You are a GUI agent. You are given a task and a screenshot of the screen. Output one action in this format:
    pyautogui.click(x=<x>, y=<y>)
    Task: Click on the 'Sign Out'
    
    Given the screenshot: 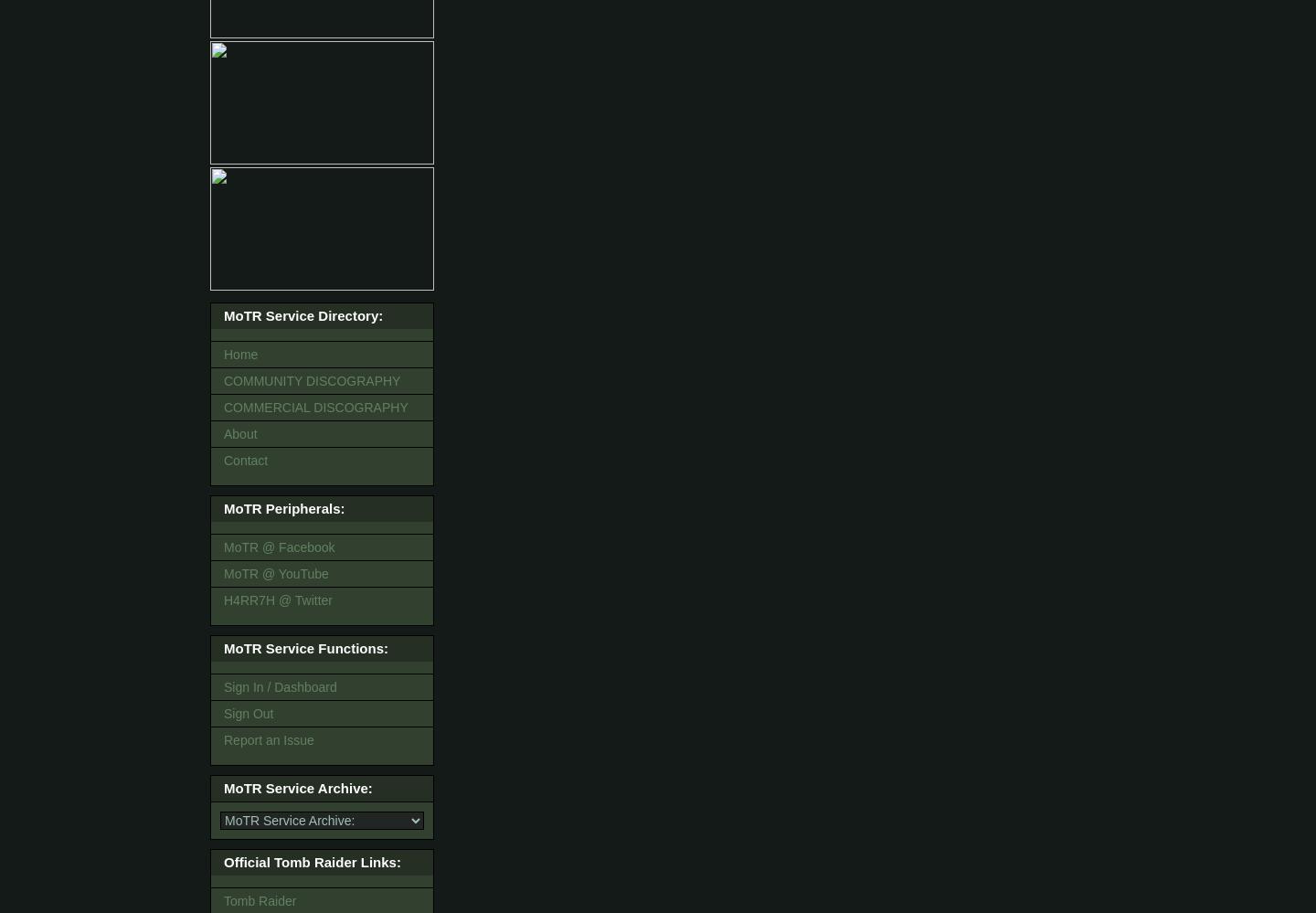 What is the action you would take?
    pyautogui.click(x=248, y=714)
    